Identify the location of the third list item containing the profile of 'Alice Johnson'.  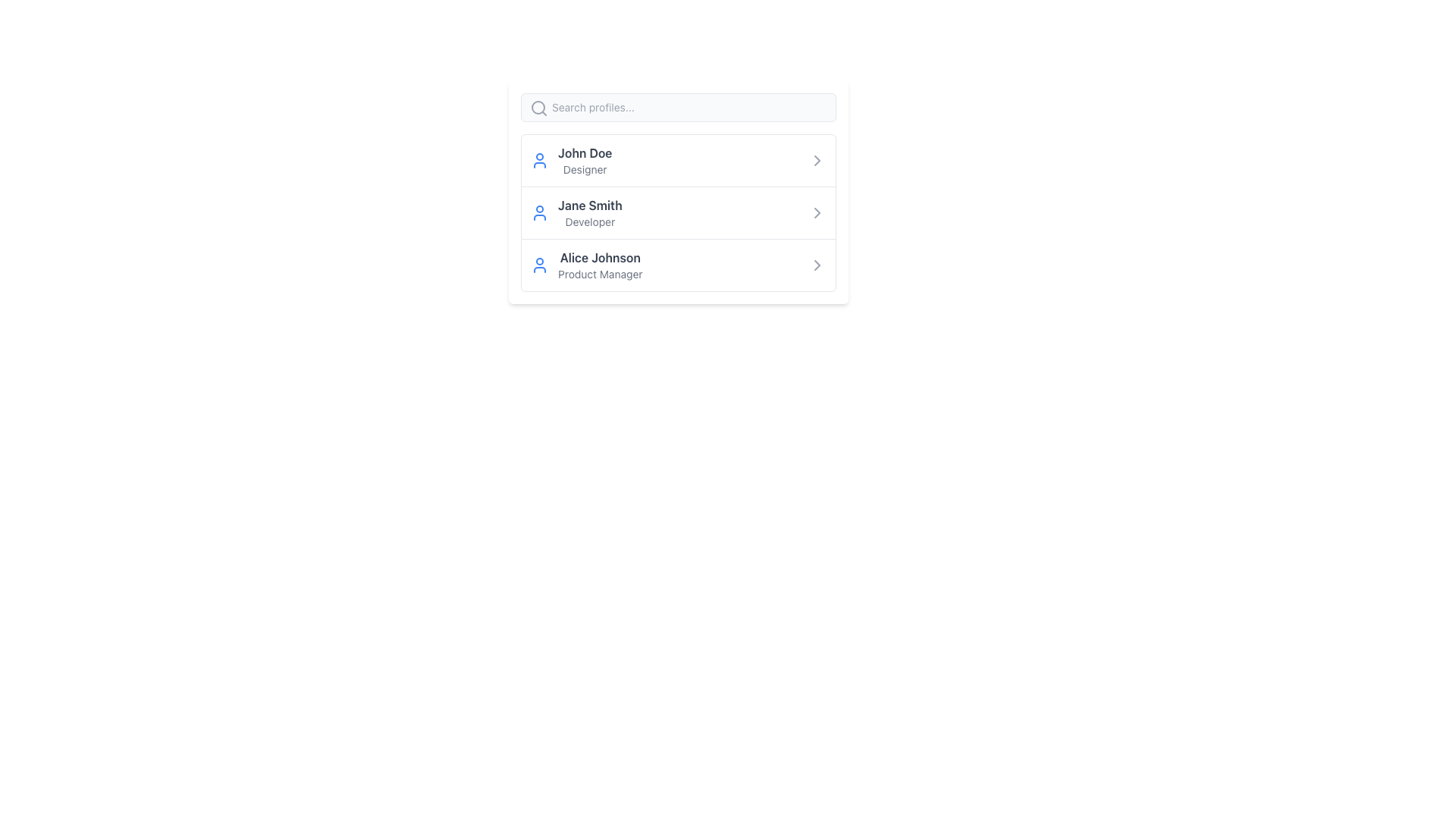
(585, 265).